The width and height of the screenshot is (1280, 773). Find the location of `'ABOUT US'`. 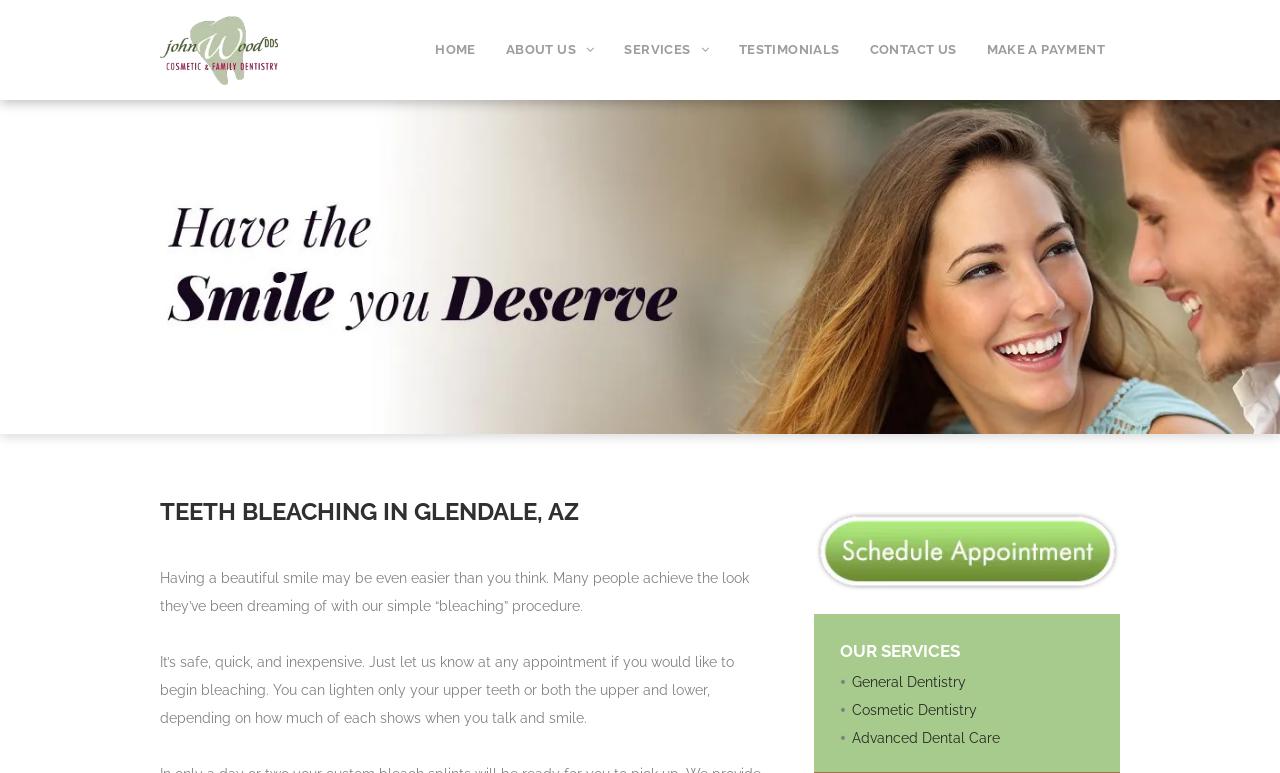

'ABOUT US' is located at coordinates (540, 48).